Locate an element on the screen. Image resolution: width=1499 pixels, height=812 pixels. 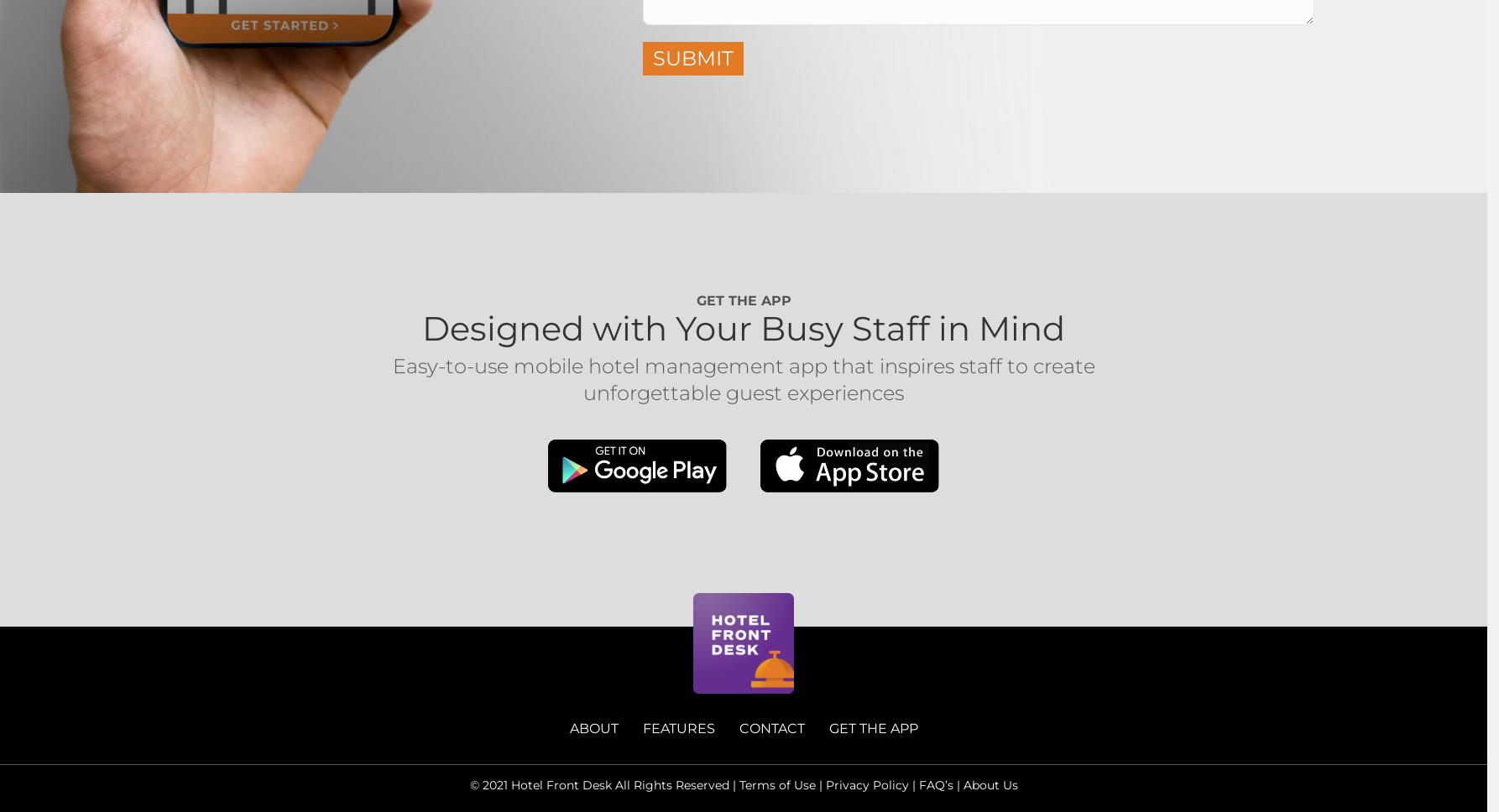
'Get the App' is located at coordinates (742, 300).